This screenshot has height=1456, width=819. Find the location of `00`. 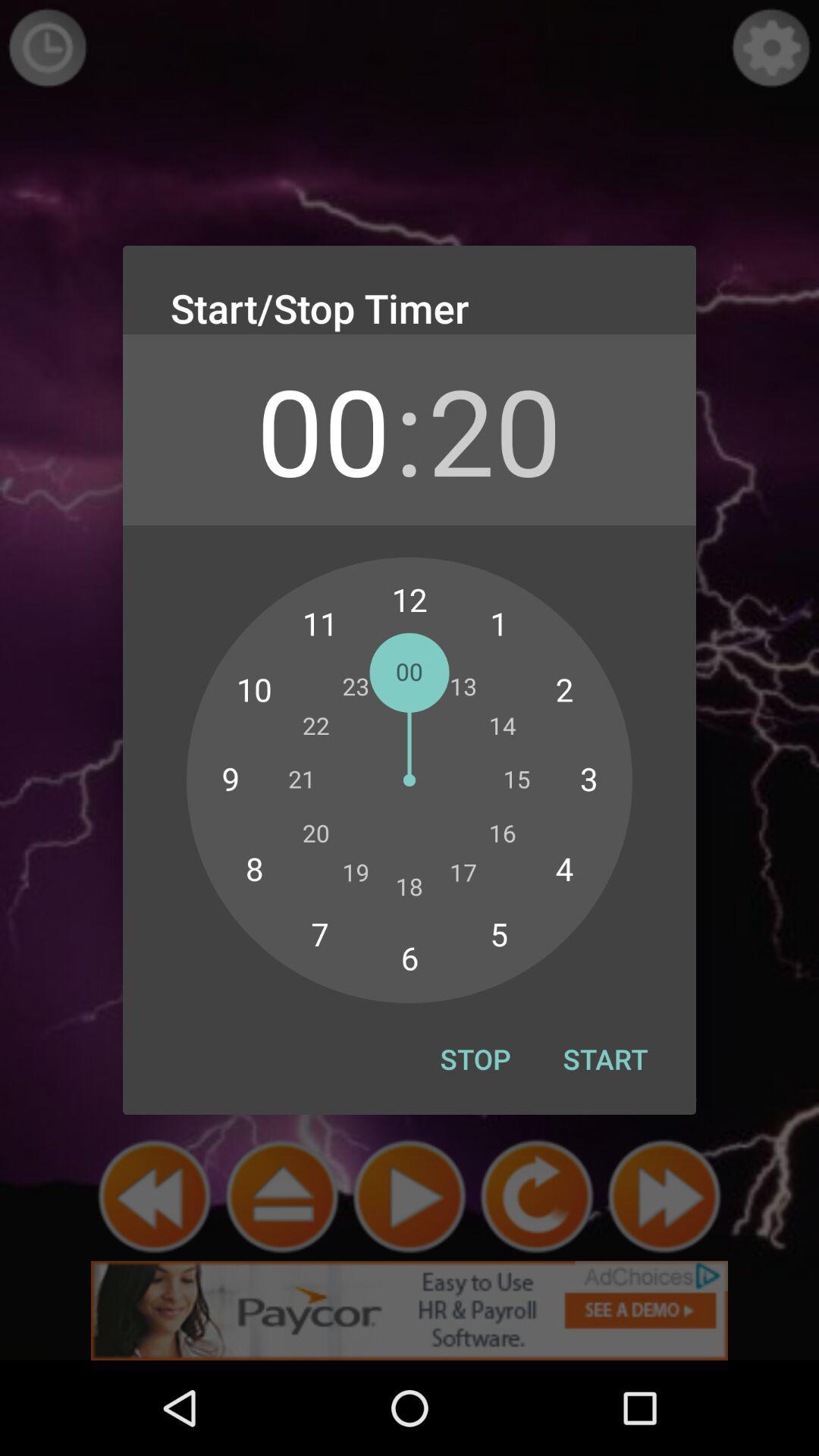

00 is located at coordinates (322, 428).